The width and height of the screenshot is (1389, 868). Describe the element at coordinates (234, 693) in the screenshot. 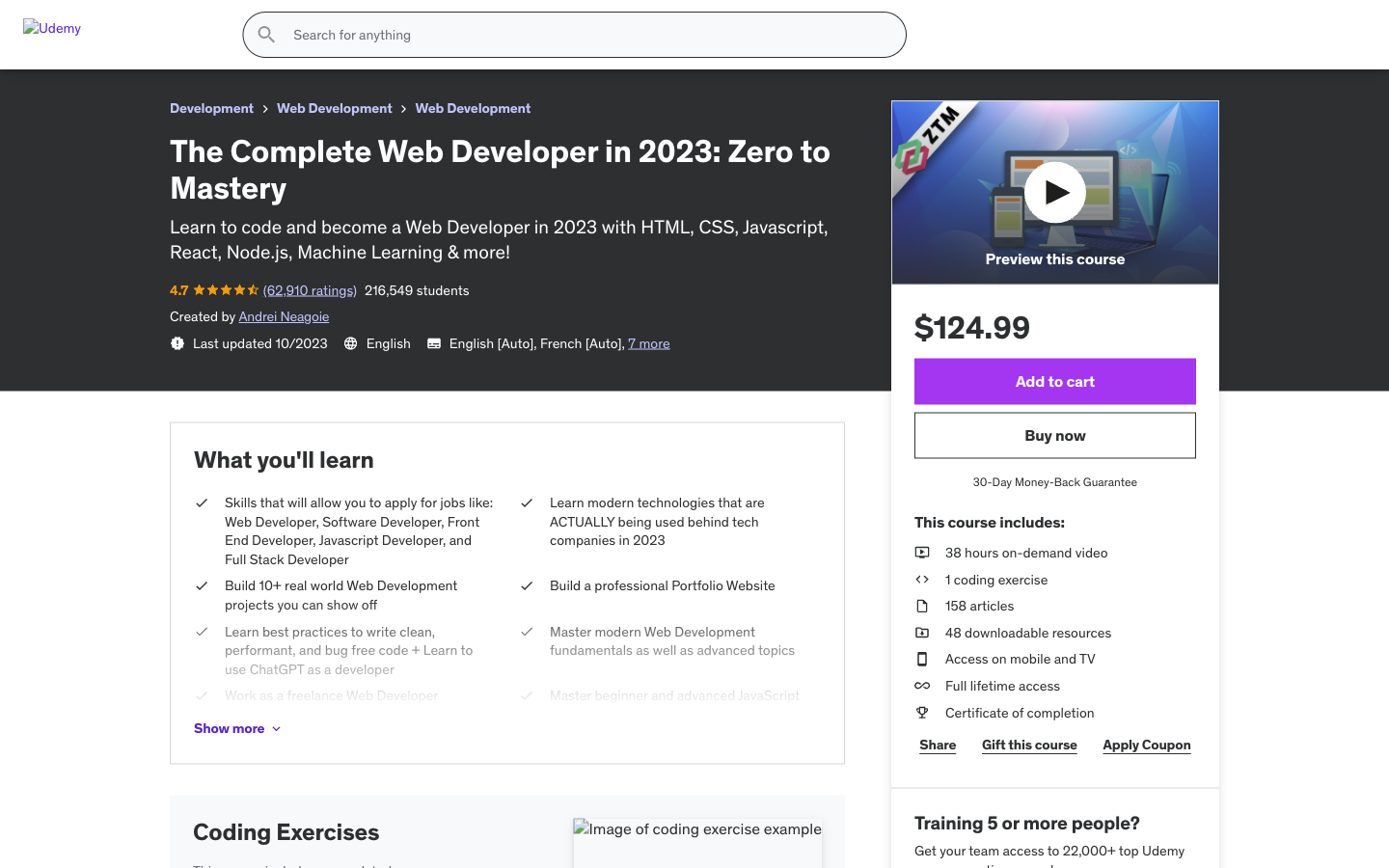

I see `Ascertain which models are on offer in the sports shoes section` at that location.